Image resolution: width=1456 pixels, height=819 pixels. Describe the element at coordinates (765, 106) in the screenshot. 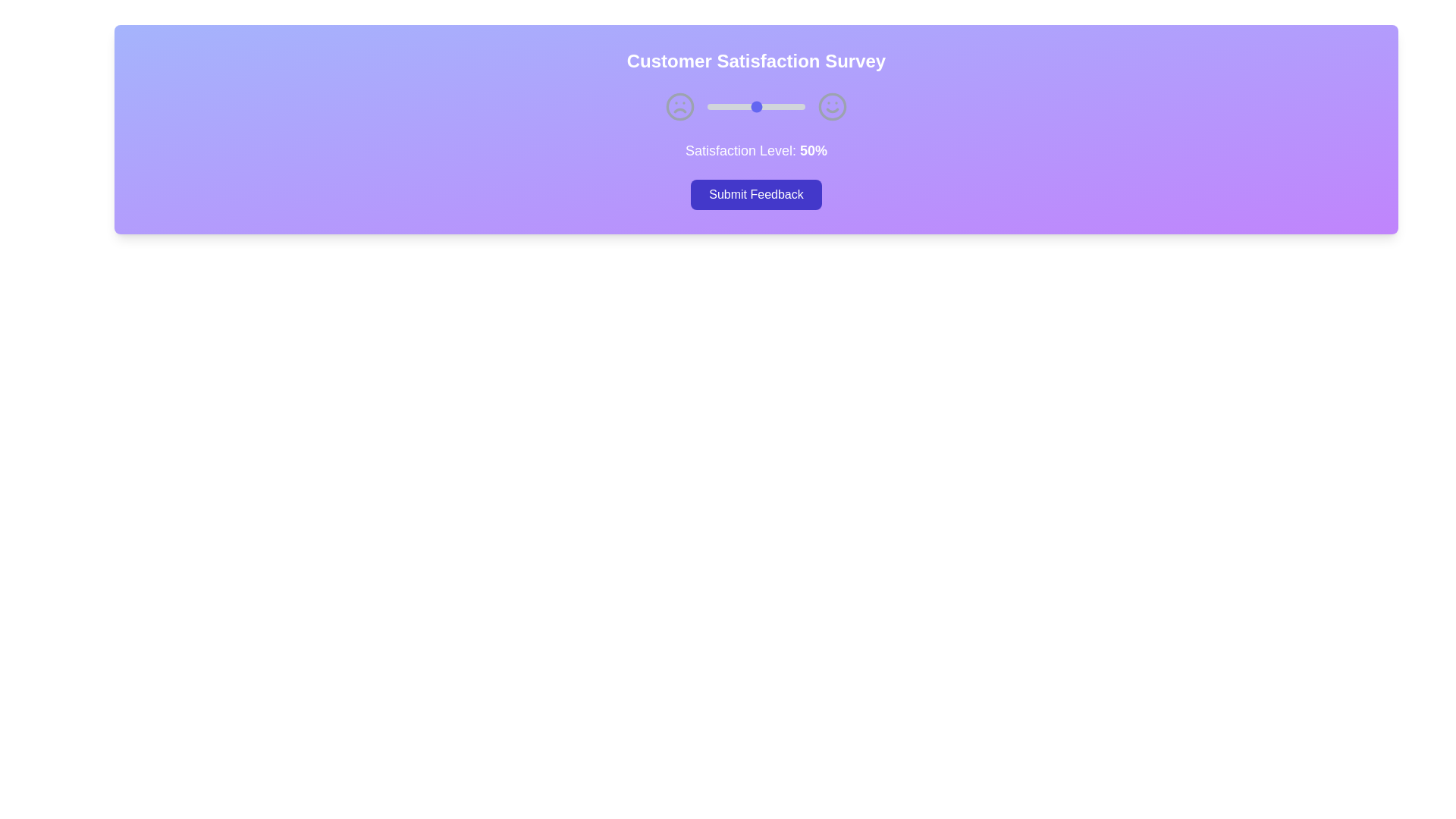

I see `the satisfaction slider to set the satisfaction level to 59%` at that location.